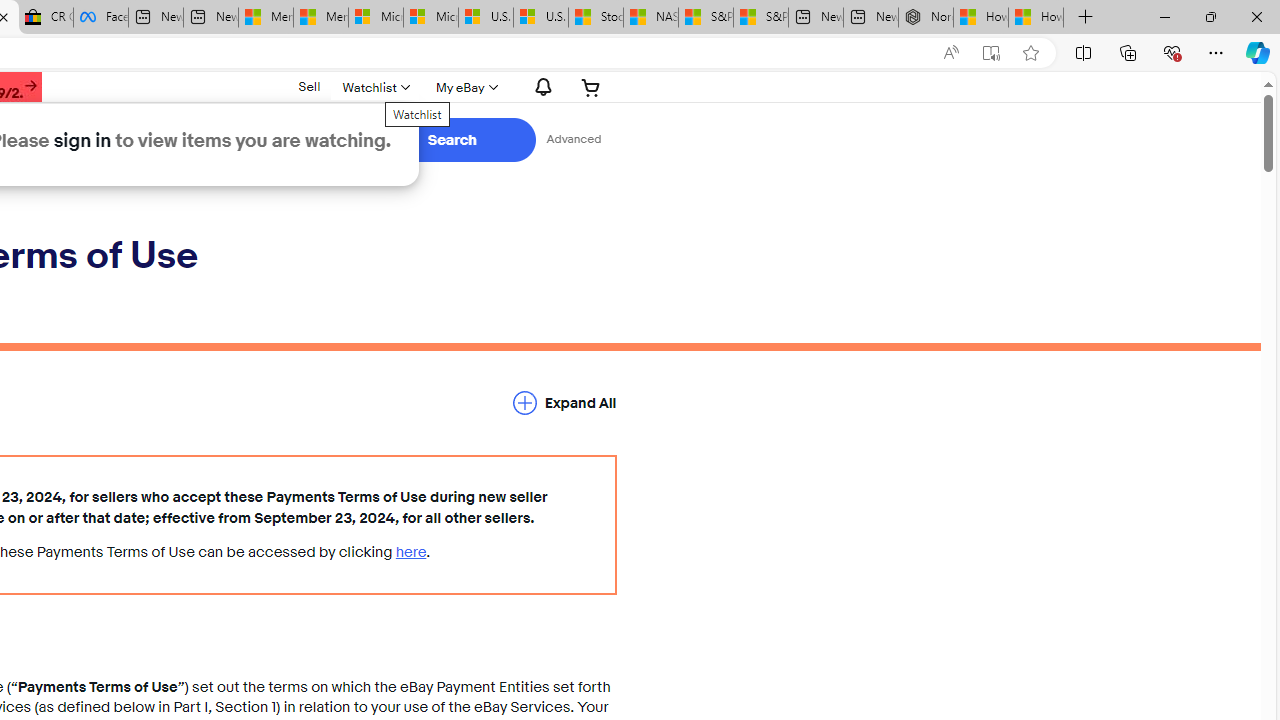  Describe the element at coordinates (759, 17) in the screenshot. I see `'S&P 500, Nasdaq end lower, weighed by Nvidia dip | Watch'` at that location.